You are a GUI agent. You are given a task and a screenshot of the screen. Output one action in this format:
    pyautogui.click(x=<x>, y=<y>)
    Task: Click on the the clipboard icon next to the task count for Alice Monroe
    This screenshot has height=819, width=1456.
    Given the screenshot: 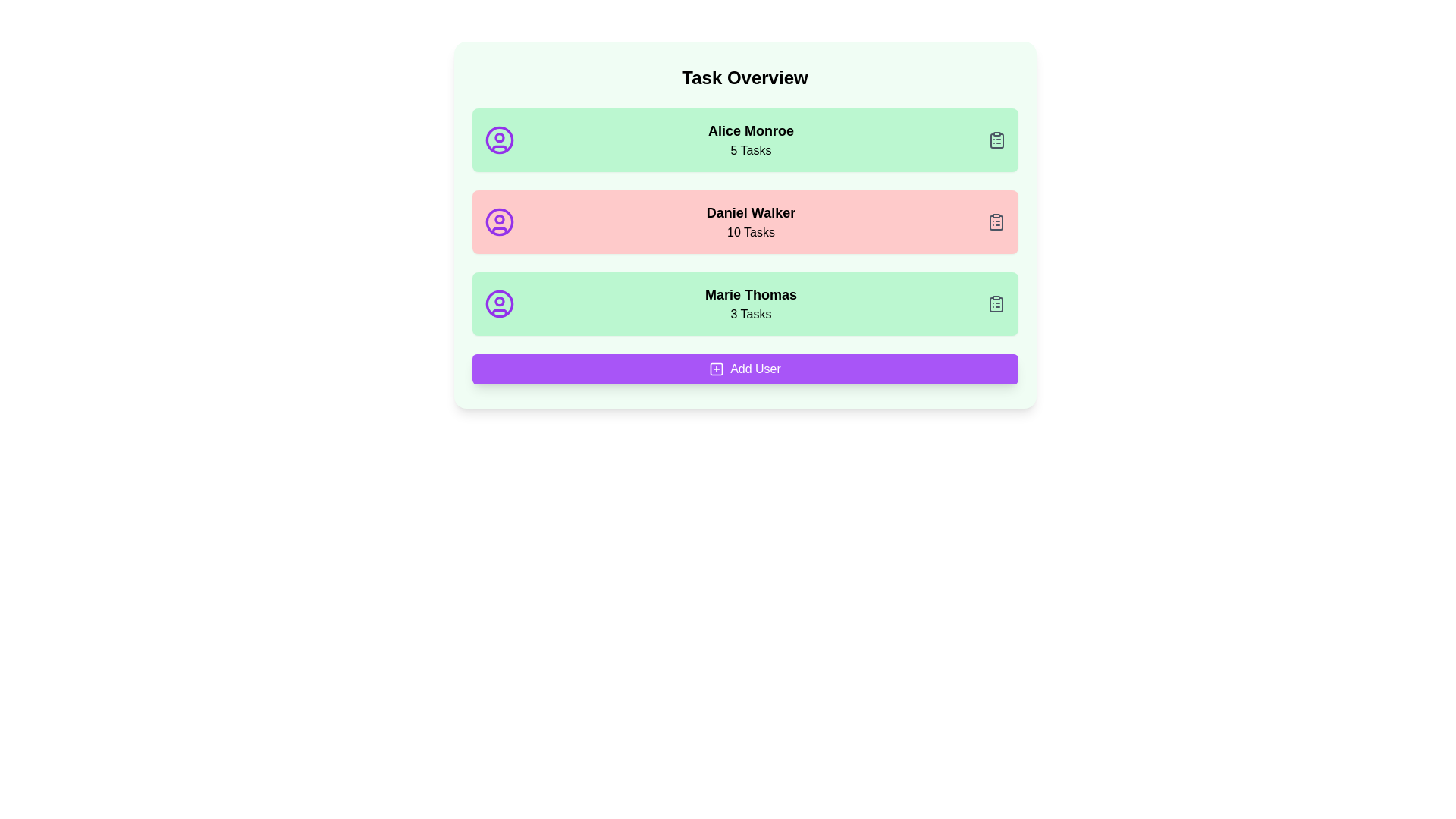 What is the action you would take?
    pyautogui.click(x=996, y=140)
    